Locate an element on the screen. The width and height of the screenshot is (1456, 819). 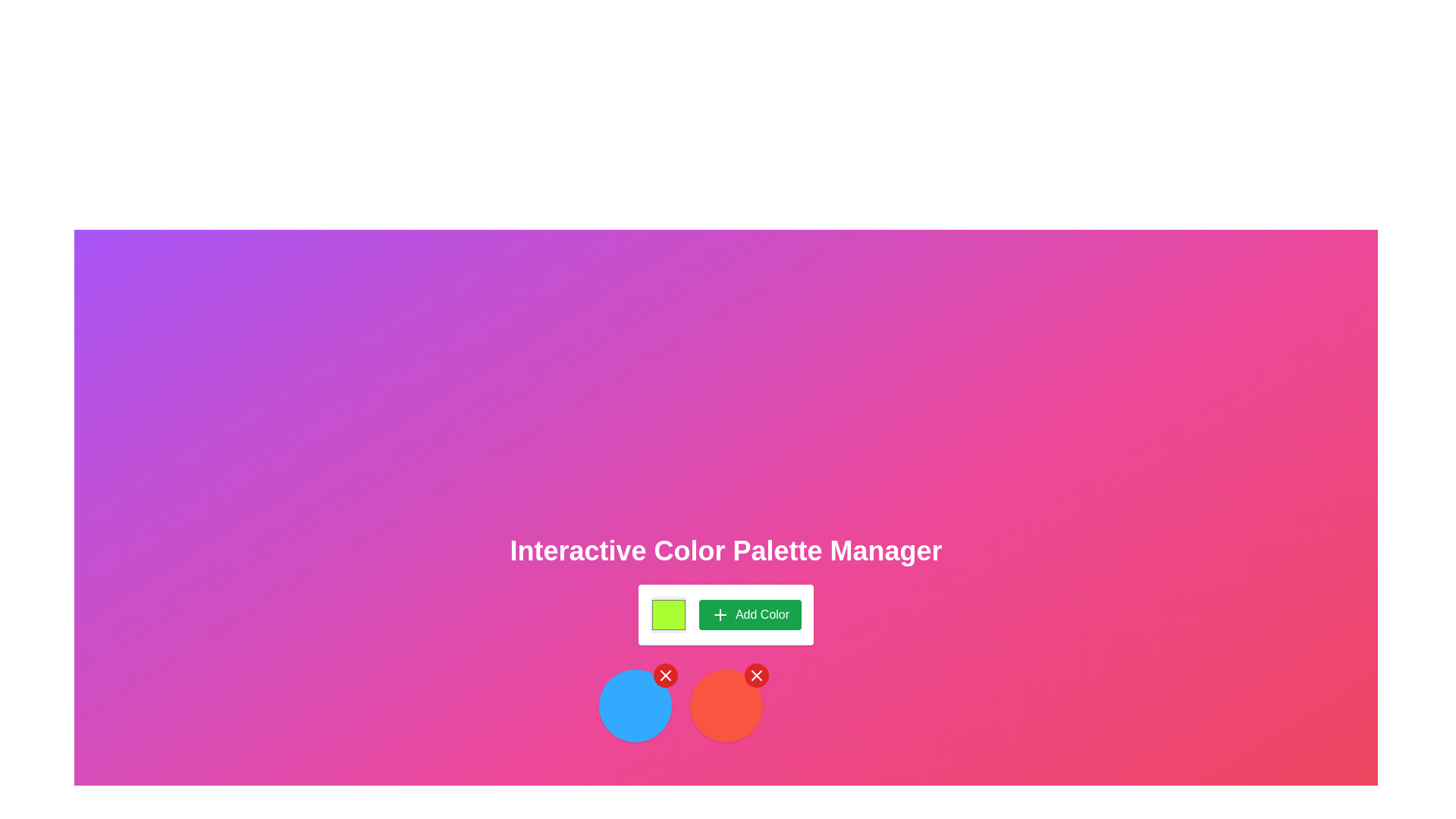
the green square in the Compound Control Panel is located at coordinates (725, 614).